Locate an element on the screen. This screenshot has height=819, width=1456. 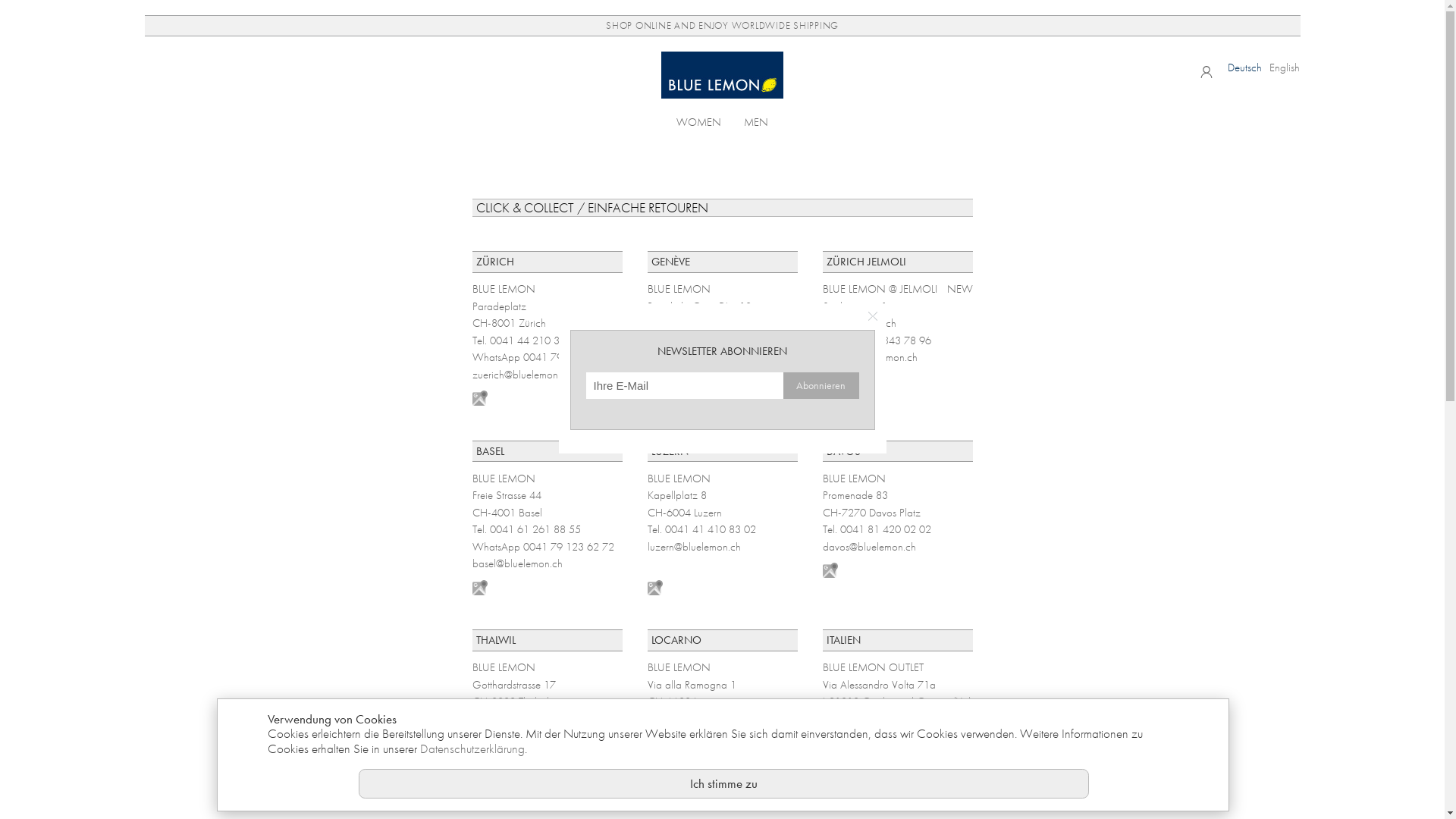
'zuerich@bluelemon.ch' is located at coordinates (520, 374).